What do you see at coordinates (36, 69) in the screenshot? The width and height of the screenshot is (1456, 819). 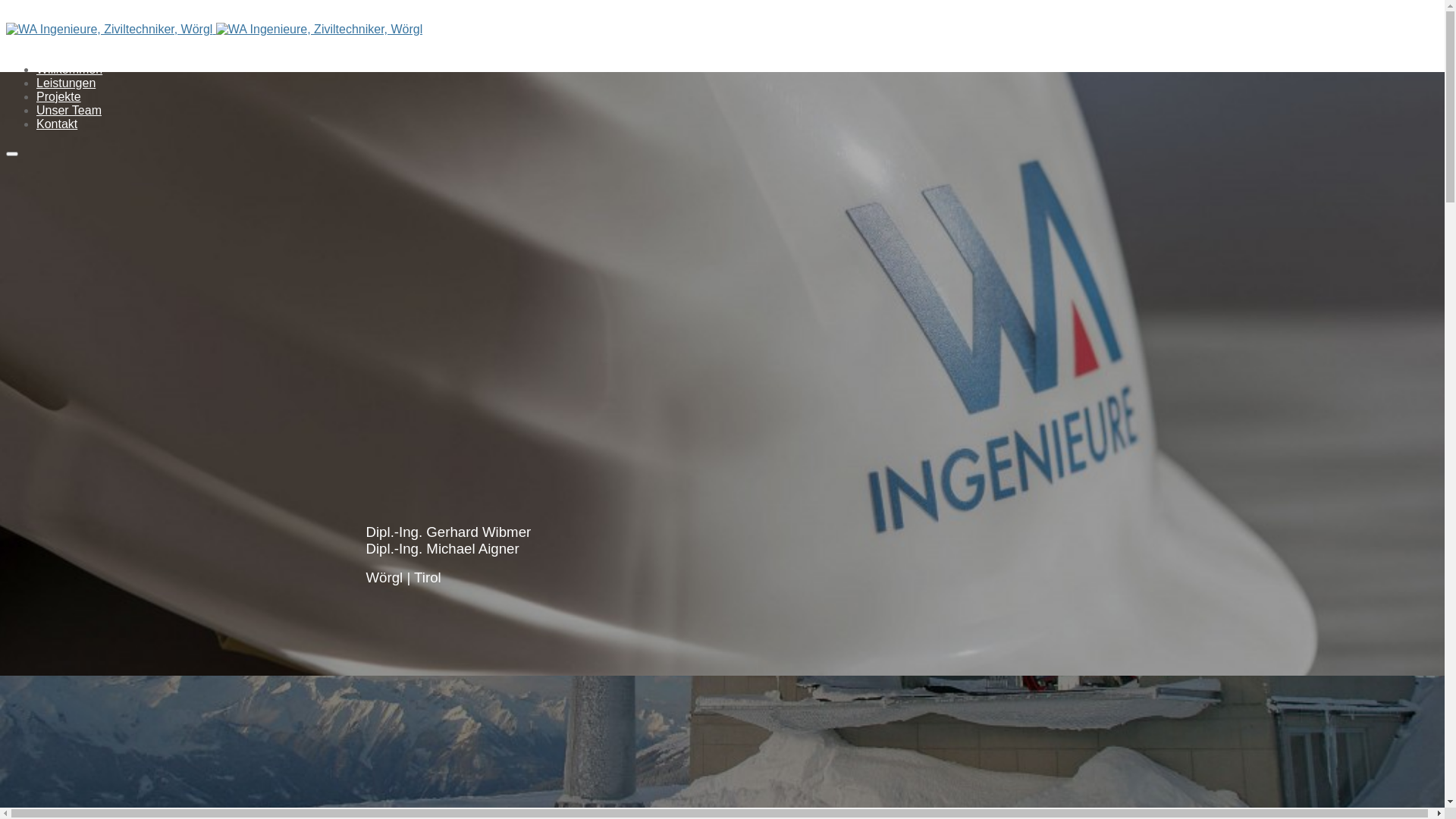 I see `'Willkommen'` at bounding box center [36, 69].